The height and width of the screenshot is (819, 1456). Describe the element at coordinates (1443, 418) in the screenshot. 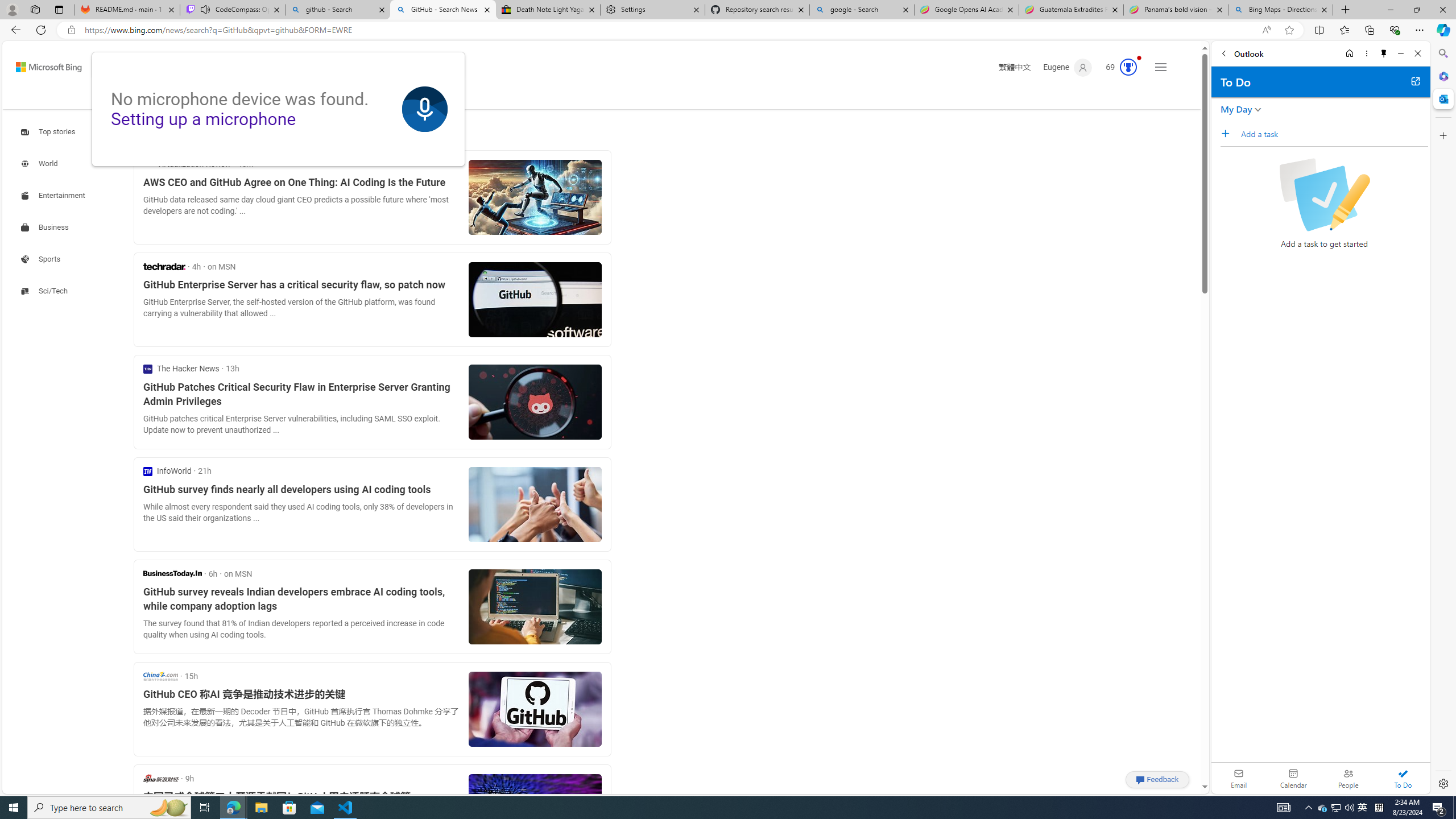

I see `'Side bar'` at that location.